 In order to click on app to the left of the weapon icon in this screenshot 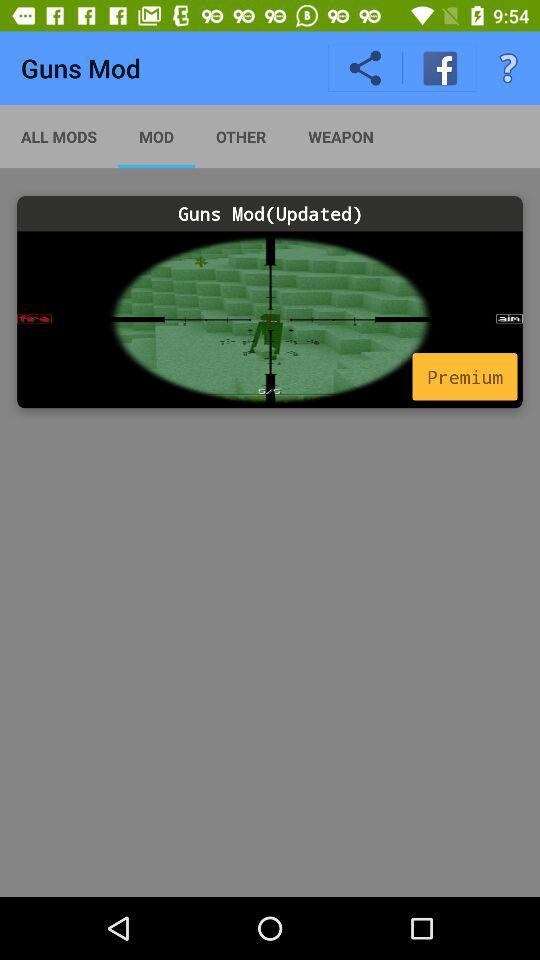, I will do `click(241, 135)`.